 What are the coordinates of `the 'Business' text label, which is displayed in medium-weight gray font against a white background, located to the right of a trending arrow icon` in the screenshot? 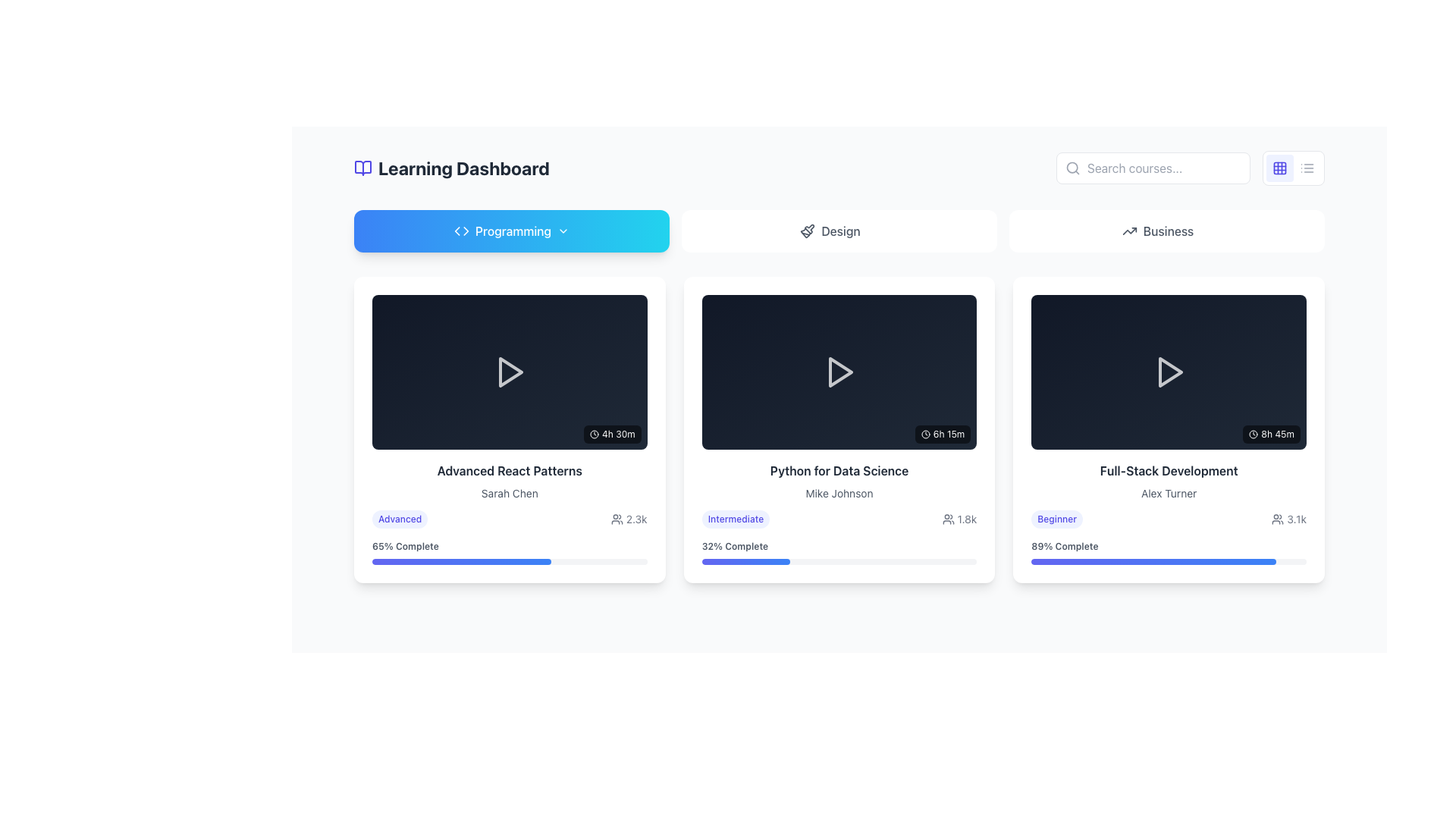 It's located at (1167, 231).